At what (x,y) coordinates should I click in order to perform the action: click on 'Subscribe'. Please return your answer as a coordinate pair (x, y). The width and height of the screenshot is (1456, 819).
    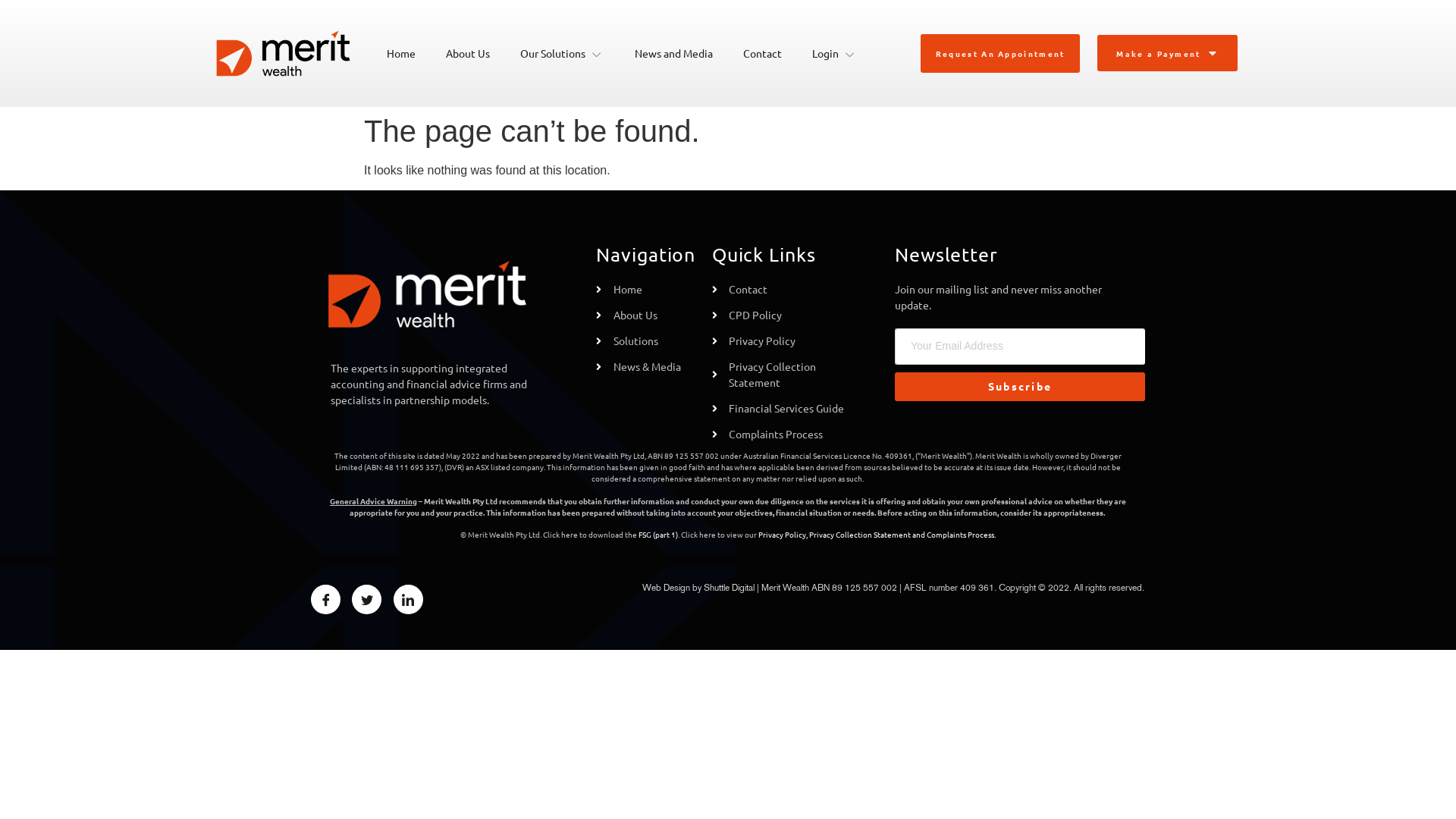
    Looking at the image, I should click on (1019, 385).